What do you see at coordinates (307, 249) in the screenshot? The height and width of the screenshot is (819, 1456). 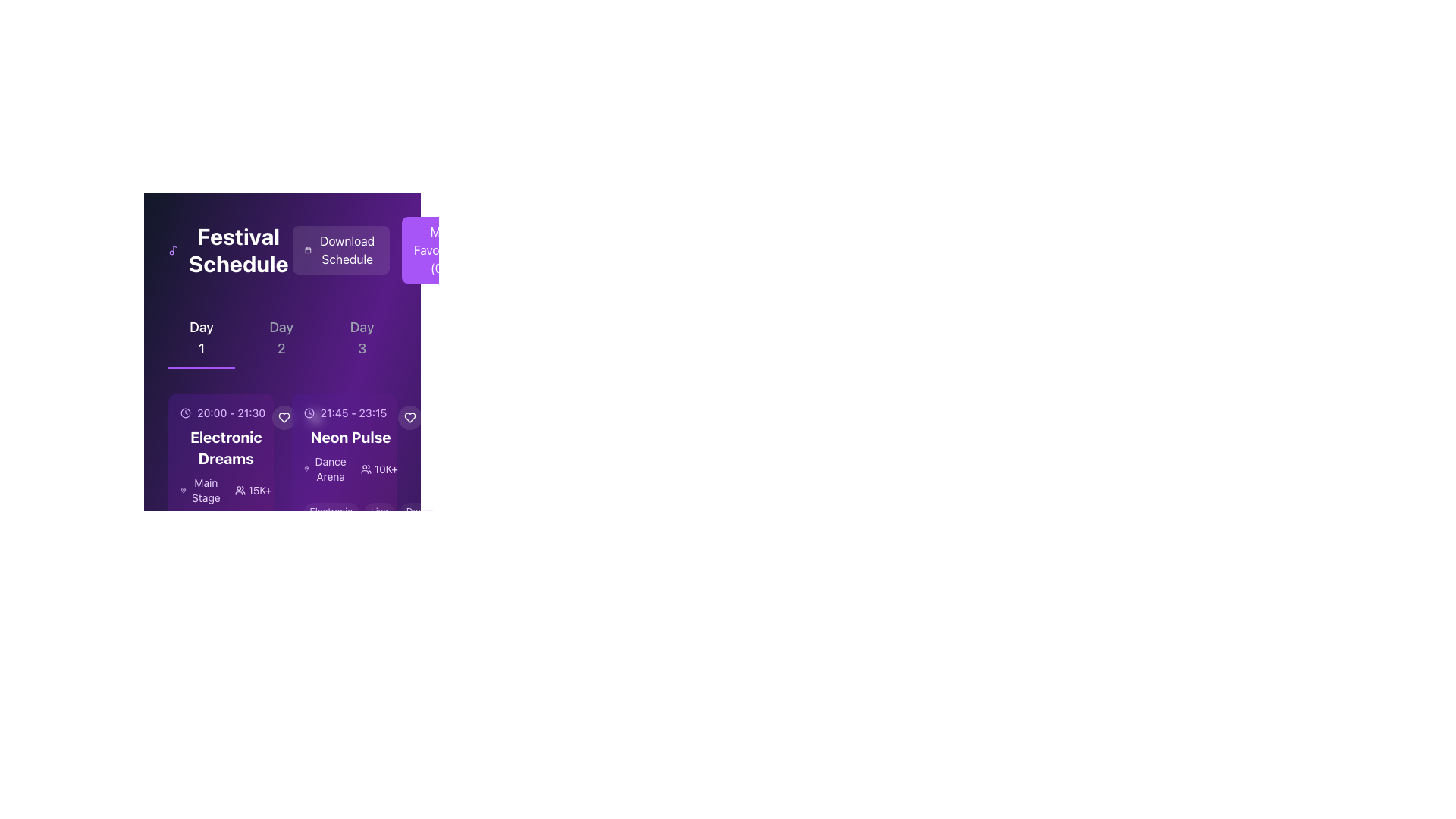 I see `the small calendar icon within the 'Download Schedule' button` at bounding box center [307, 249].